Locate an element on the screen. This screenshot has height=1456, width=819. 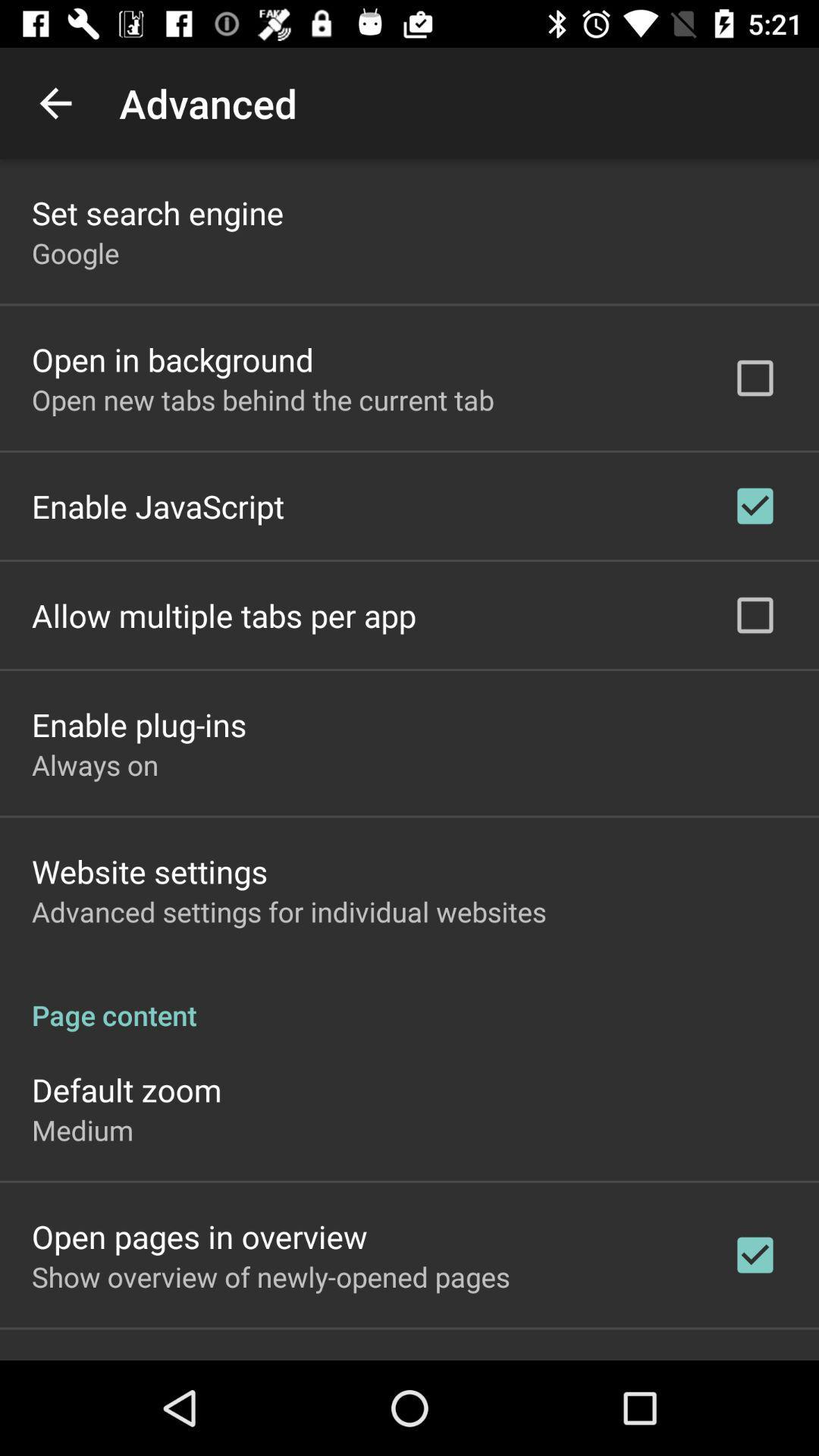
the enable javascript is located at coordinates (158, 506).